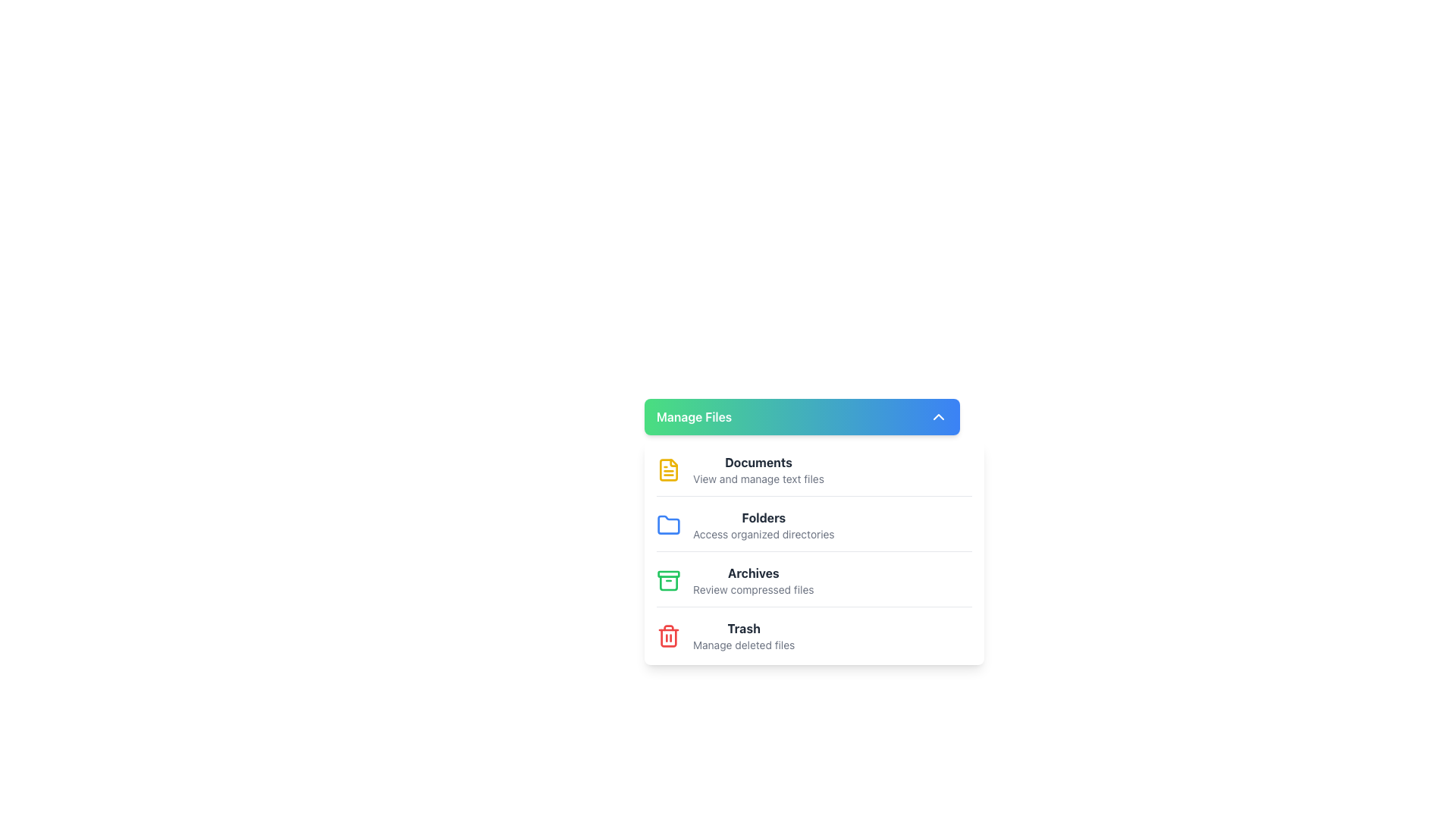  What do you see at coordinates (814, 529) in the screenshot?
I see `the list item labeled 'Folders', which is styled with bold dark gray text and a blue folder icon` at bounding box center [814, 529].